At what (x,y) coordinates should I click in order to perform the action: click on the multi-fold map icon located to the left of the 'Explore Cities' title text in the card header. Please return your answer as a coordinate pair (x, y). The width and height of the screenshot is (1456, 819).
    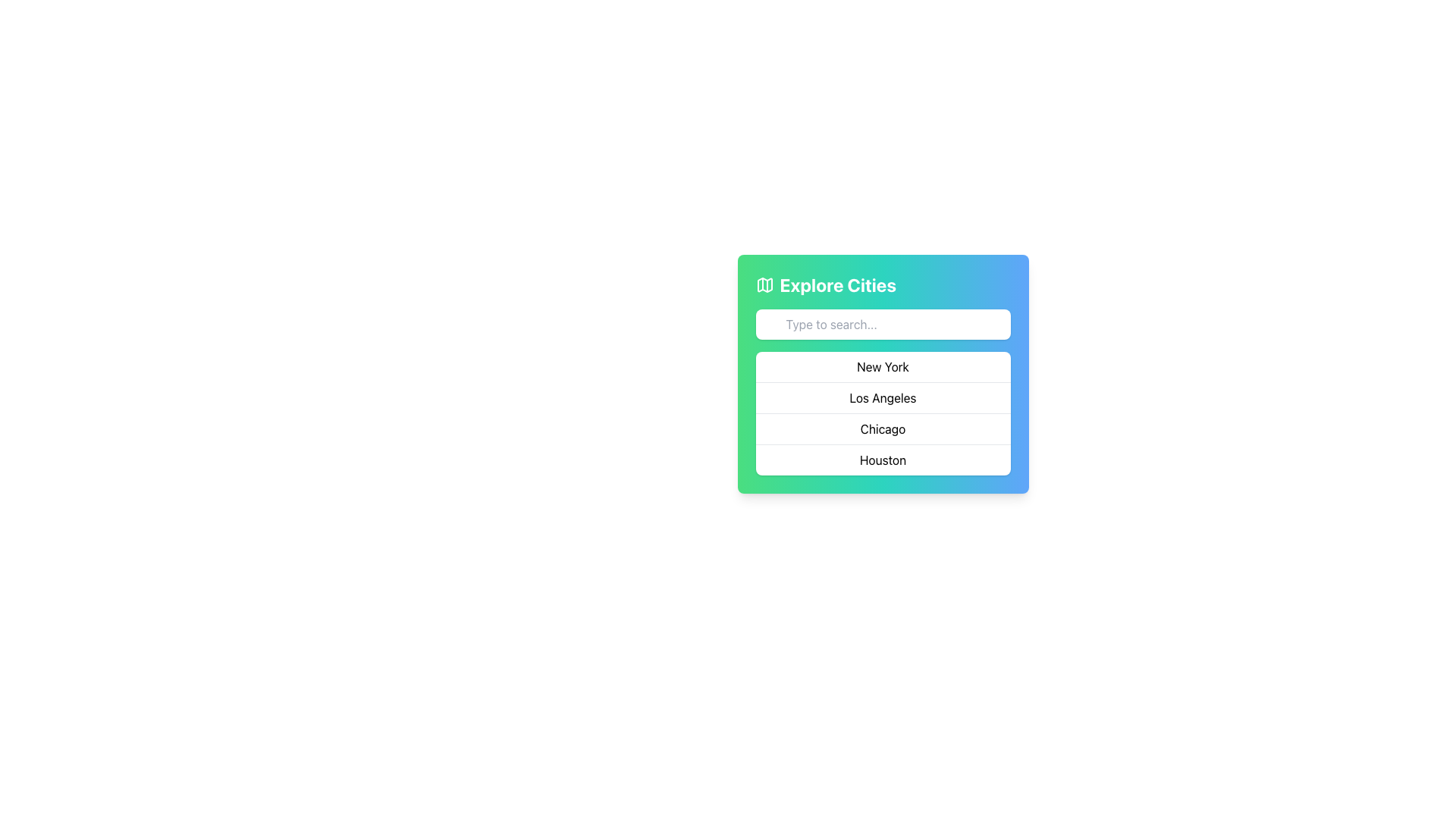
    Looking at the image, I should click on (764, 284).